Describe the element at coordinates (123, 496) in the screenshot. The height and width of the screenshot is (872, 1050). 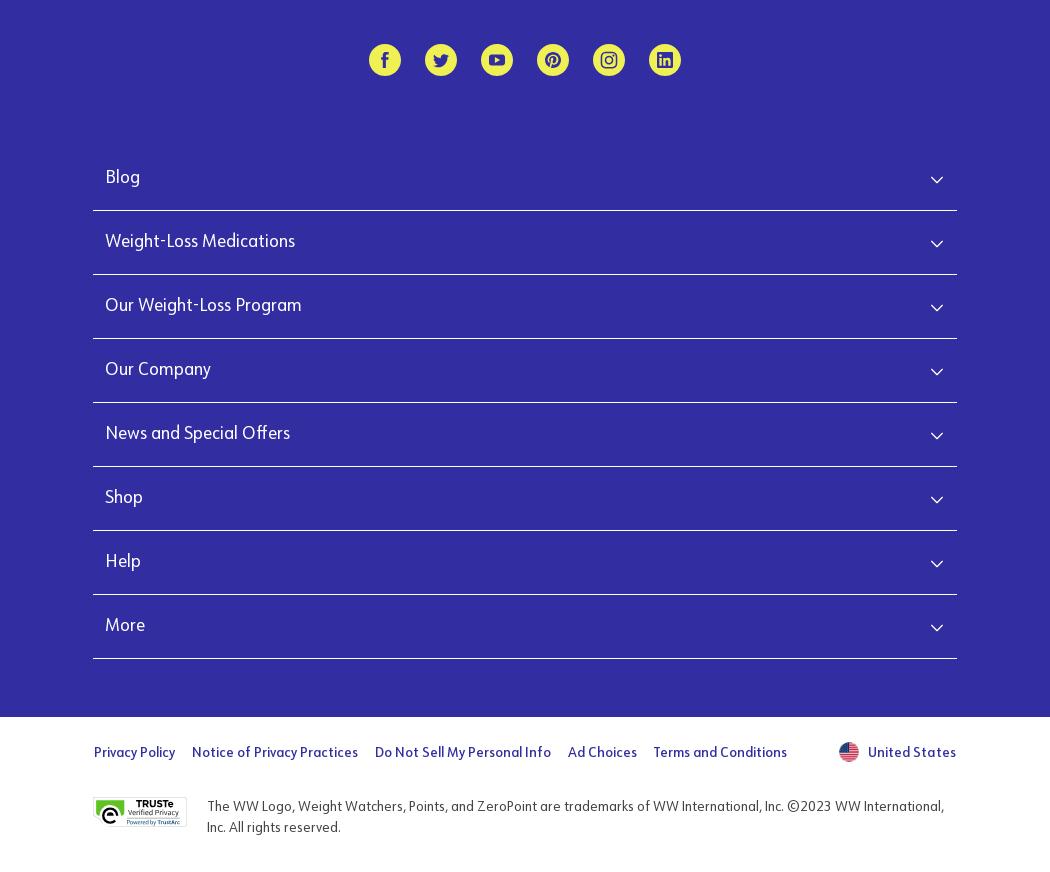
I see `'Shop'` at that location.